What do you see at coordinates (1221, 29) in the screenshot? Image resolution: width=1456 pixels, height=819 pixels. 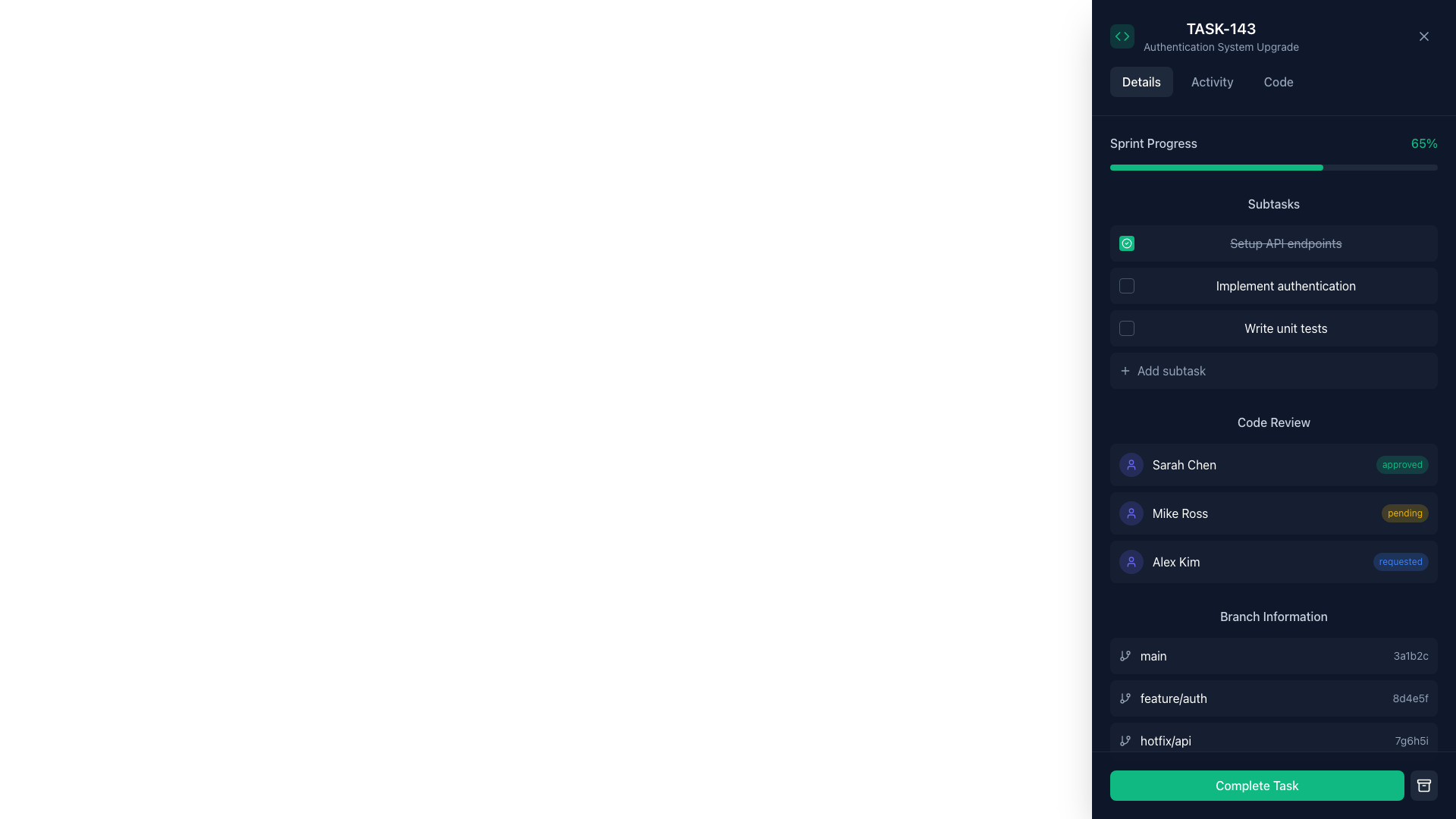 I see `the text element displaying 'TASK-143', which is styled in bold with a larger font size and white color against a dark background, indicating its significance as a title or identifier` at bounding box center [1221, 29].